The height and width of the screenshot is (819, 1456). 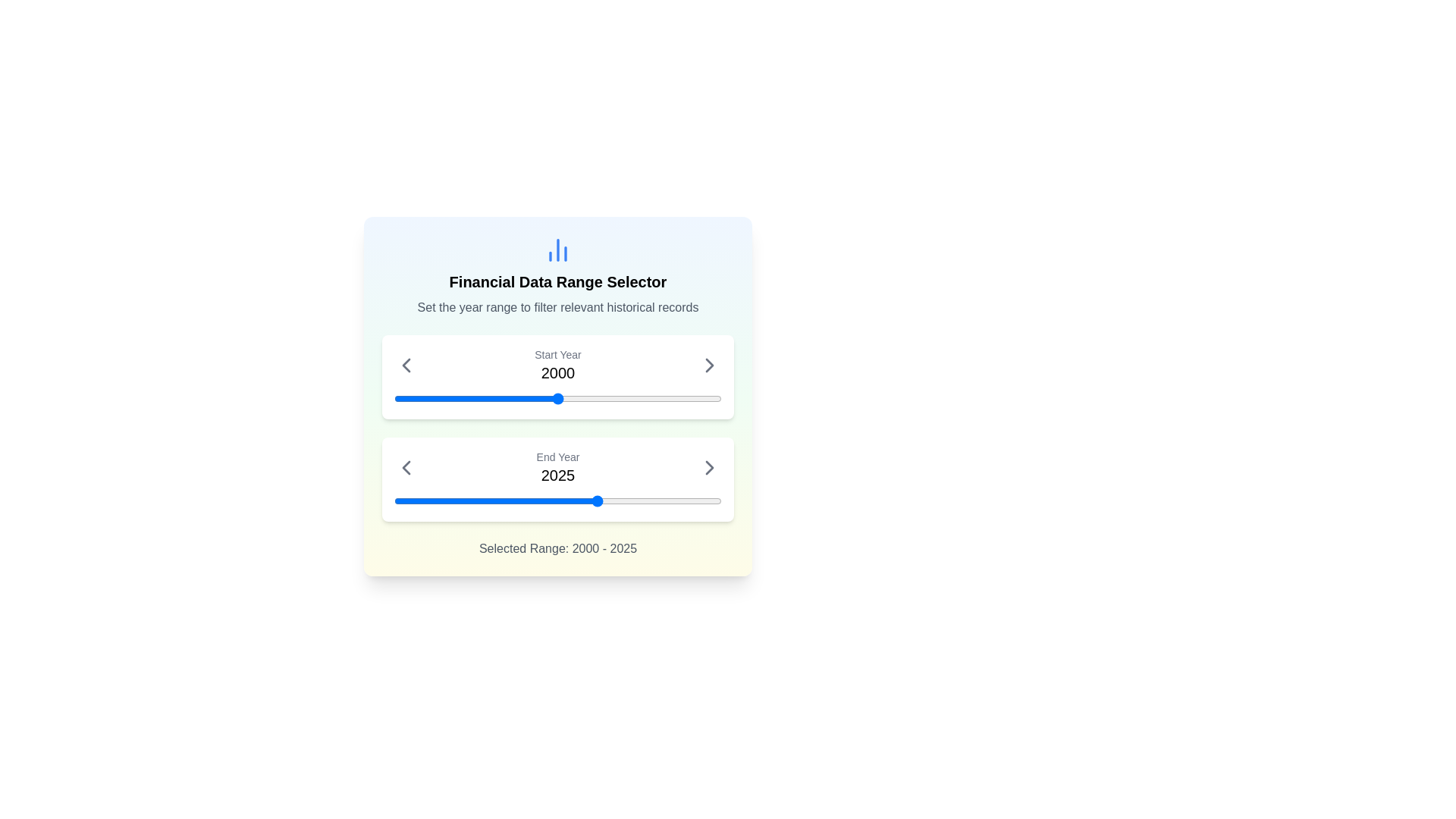 What do you see at coordinates (428, 500) in the screenshot?
I see `the slider` at bounding box center [428, 500].